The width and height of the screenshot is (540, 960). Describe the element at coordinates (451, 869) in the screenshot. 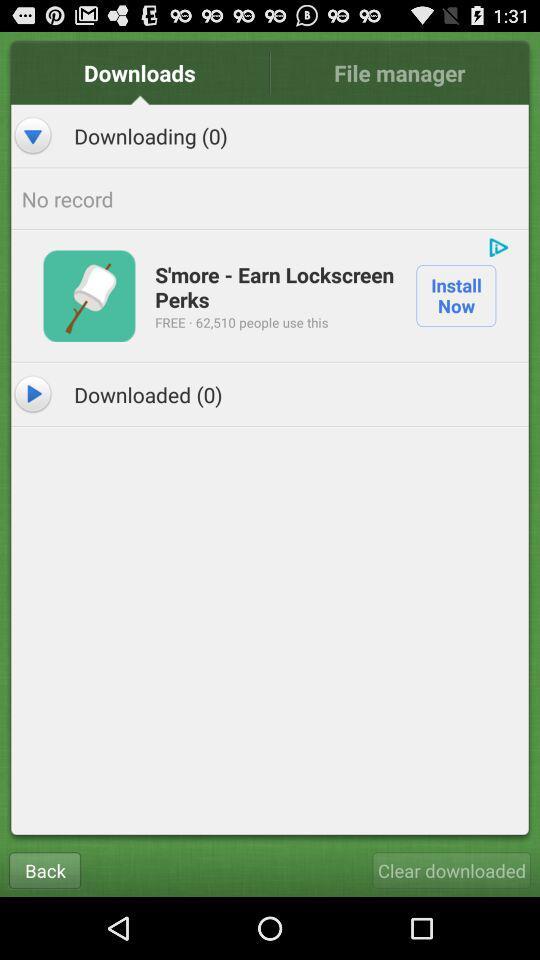

I see `the item next to back` at that location.